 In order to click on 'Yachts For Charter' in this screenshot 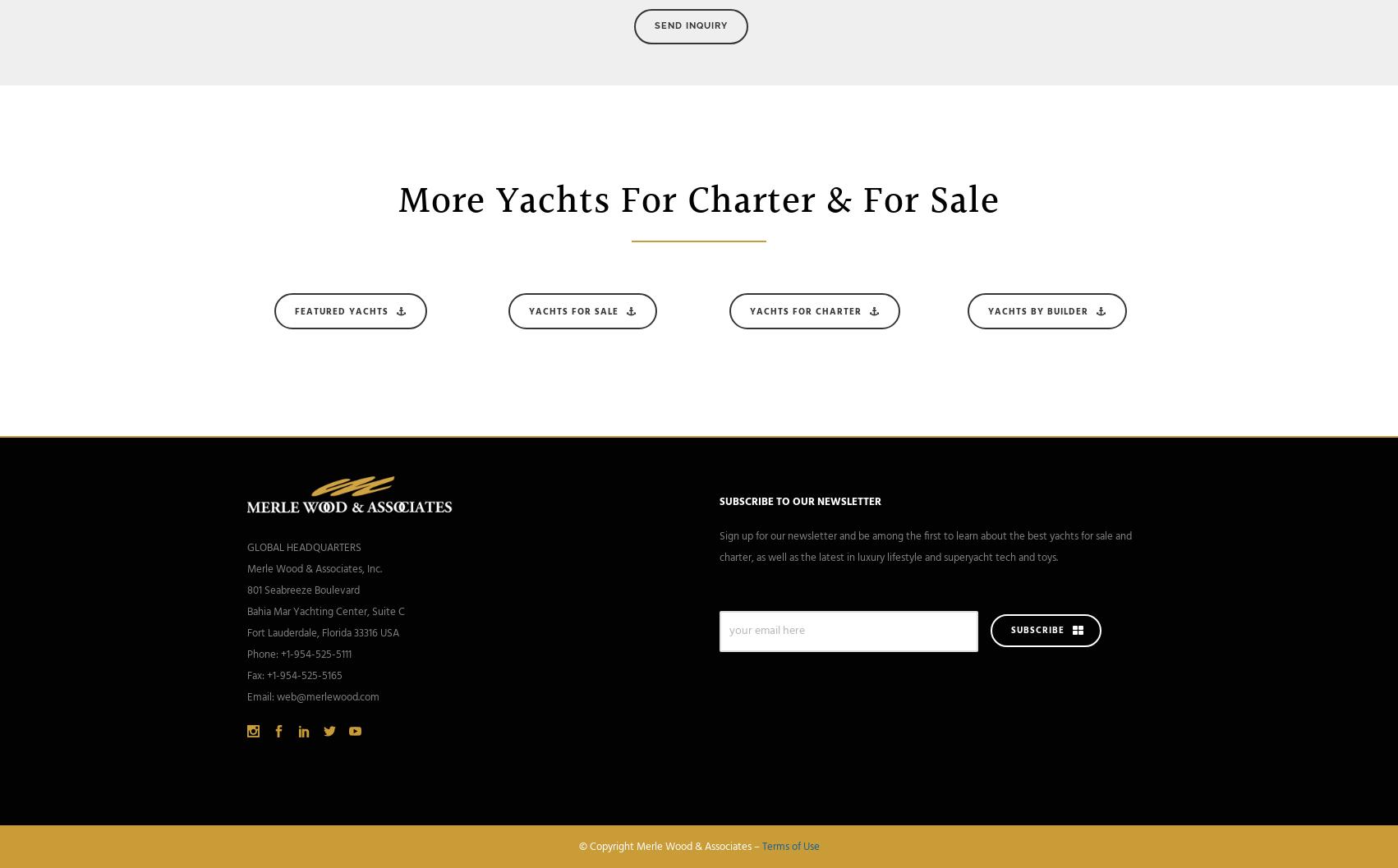, I will do `click(806, 310)`.